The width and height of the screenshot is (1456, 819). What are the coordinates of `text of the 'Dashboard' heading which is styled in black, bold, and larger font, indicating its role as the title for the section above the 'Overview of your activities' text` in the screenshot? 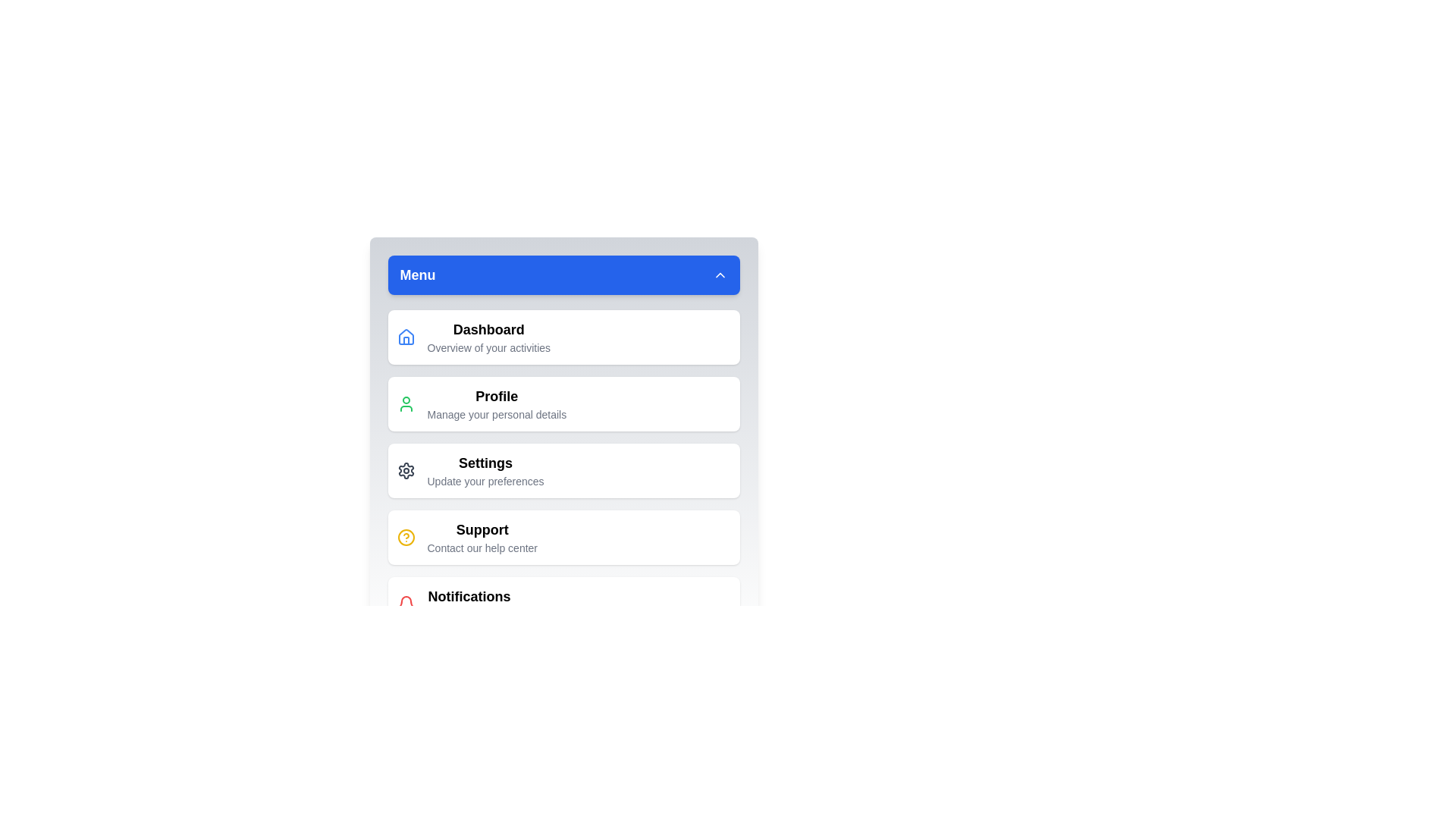 It's located at (488, 329).